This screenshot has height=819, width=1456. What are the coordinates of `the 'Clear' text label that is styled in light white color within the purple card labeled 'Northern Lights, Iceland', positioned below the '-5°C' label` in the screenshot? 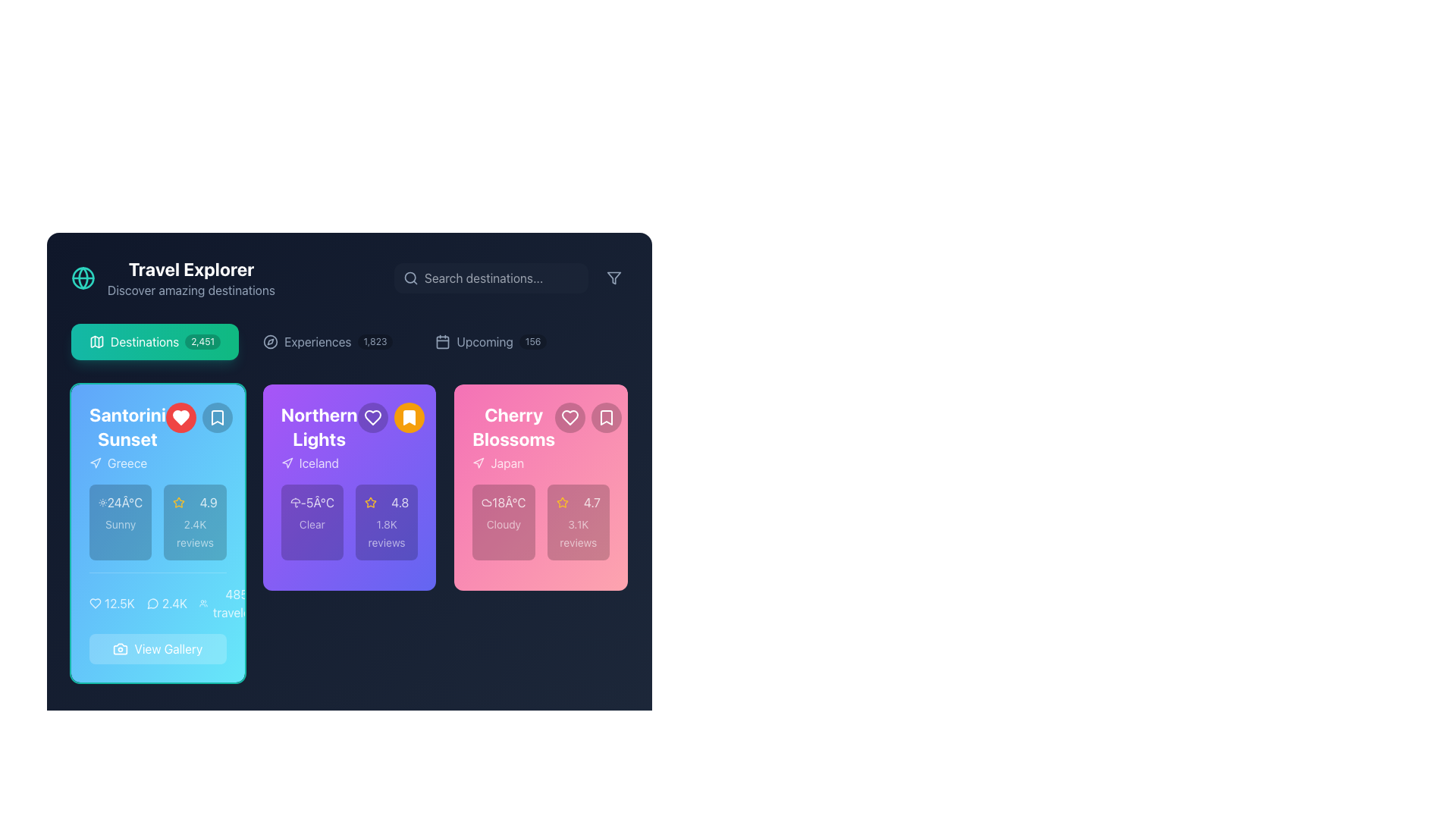 It's located at (311, 523).